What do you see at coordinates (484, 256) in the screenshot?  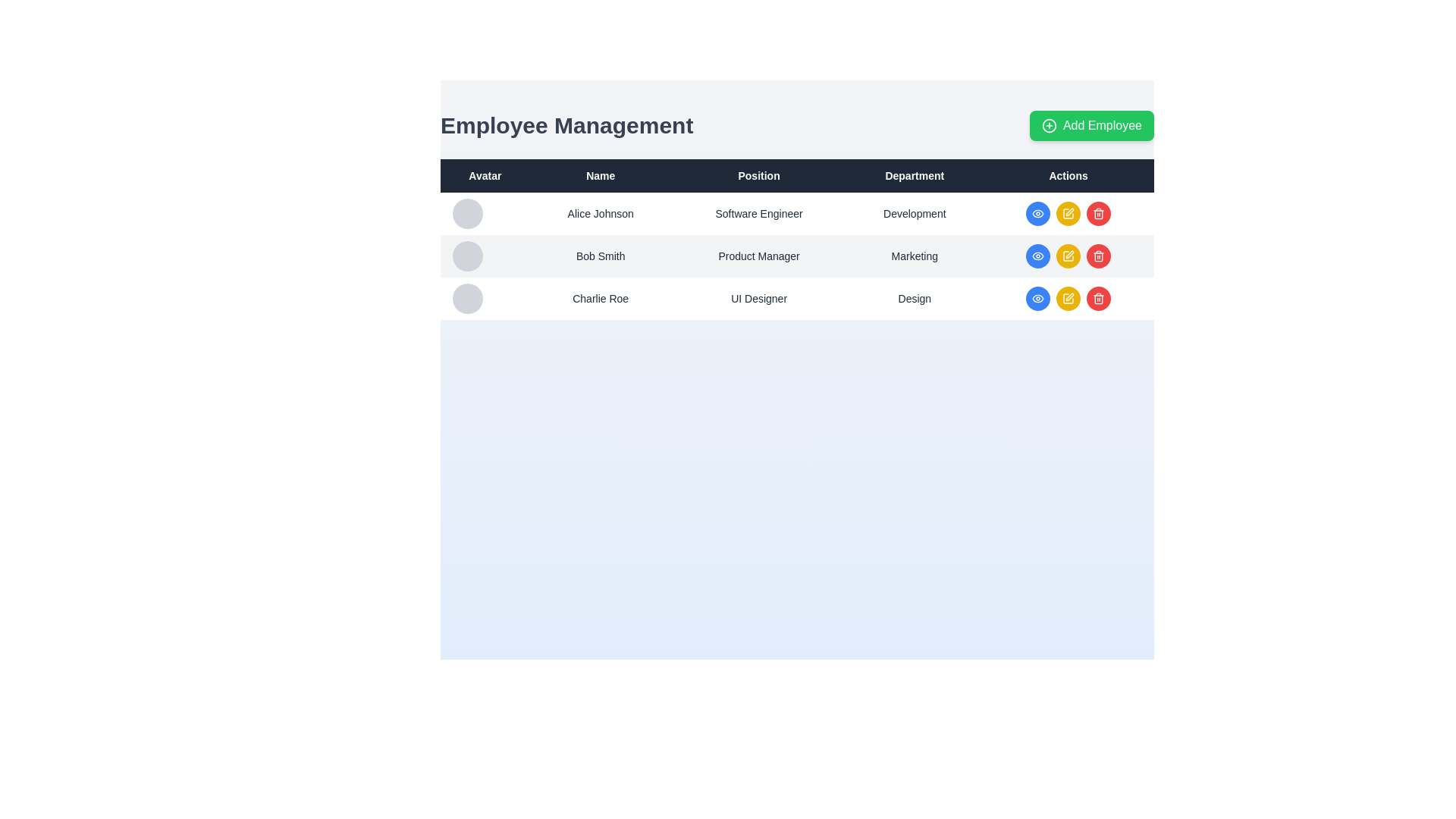 I see `the avatar placeholder for 'Bob Smith' located in the second row of the table under the 'Avatar' column for modification` at bounding box center [484, 256].